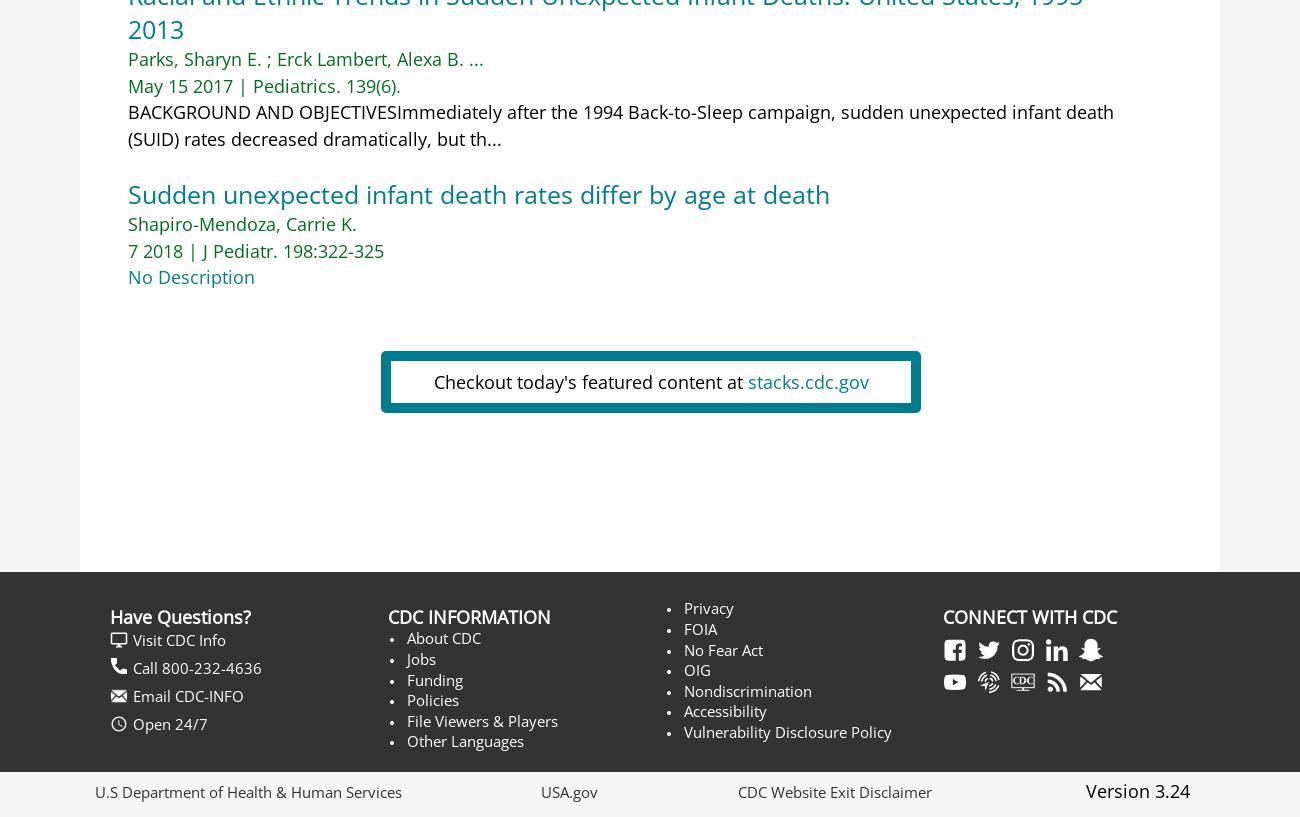 The image size is (1300, 817). I want to click on 'USA.gov', so click(568, 791).